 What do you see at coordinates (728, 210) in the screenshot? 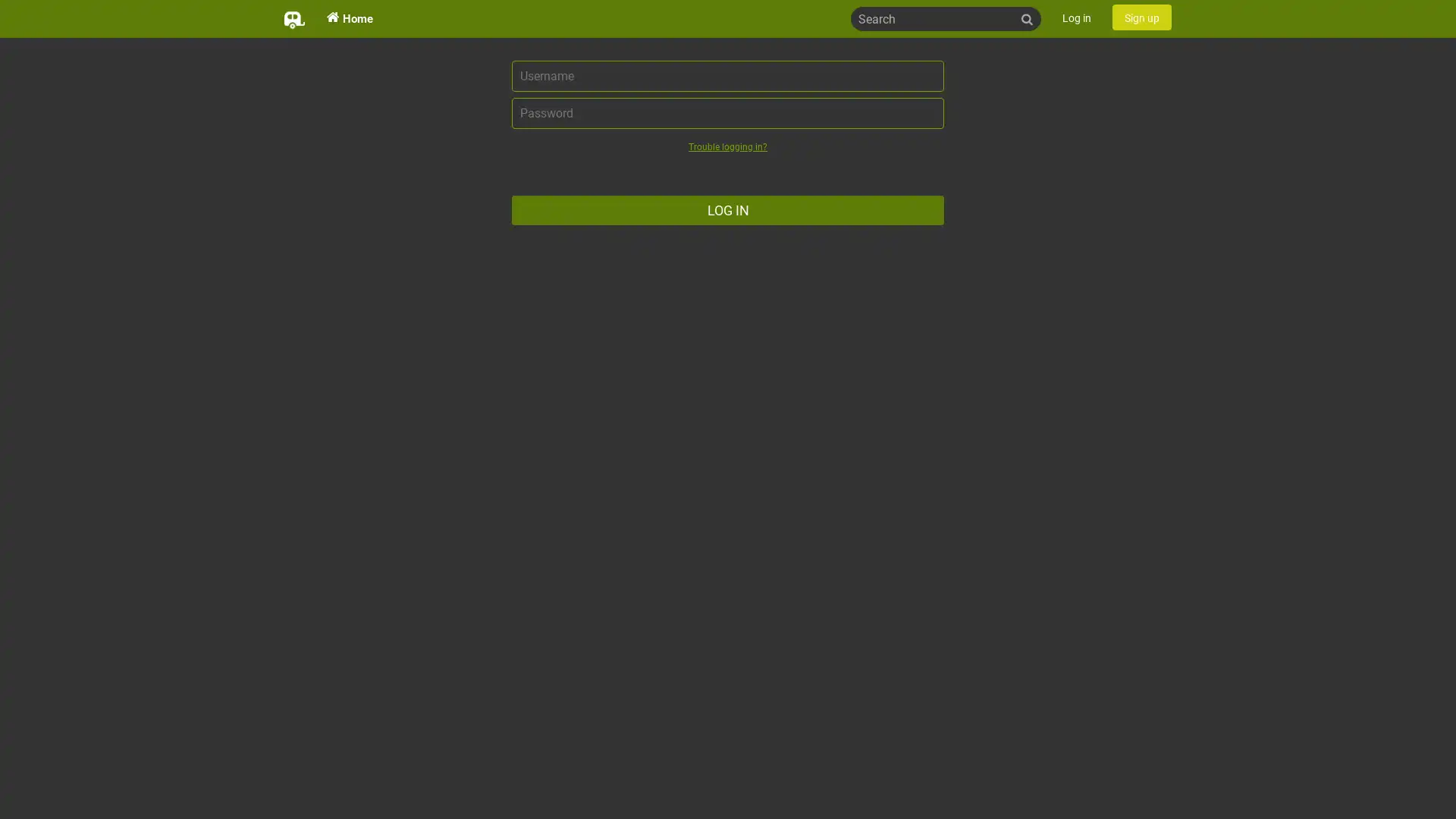
I see `LOG IN` at bounding box center [728, 210].